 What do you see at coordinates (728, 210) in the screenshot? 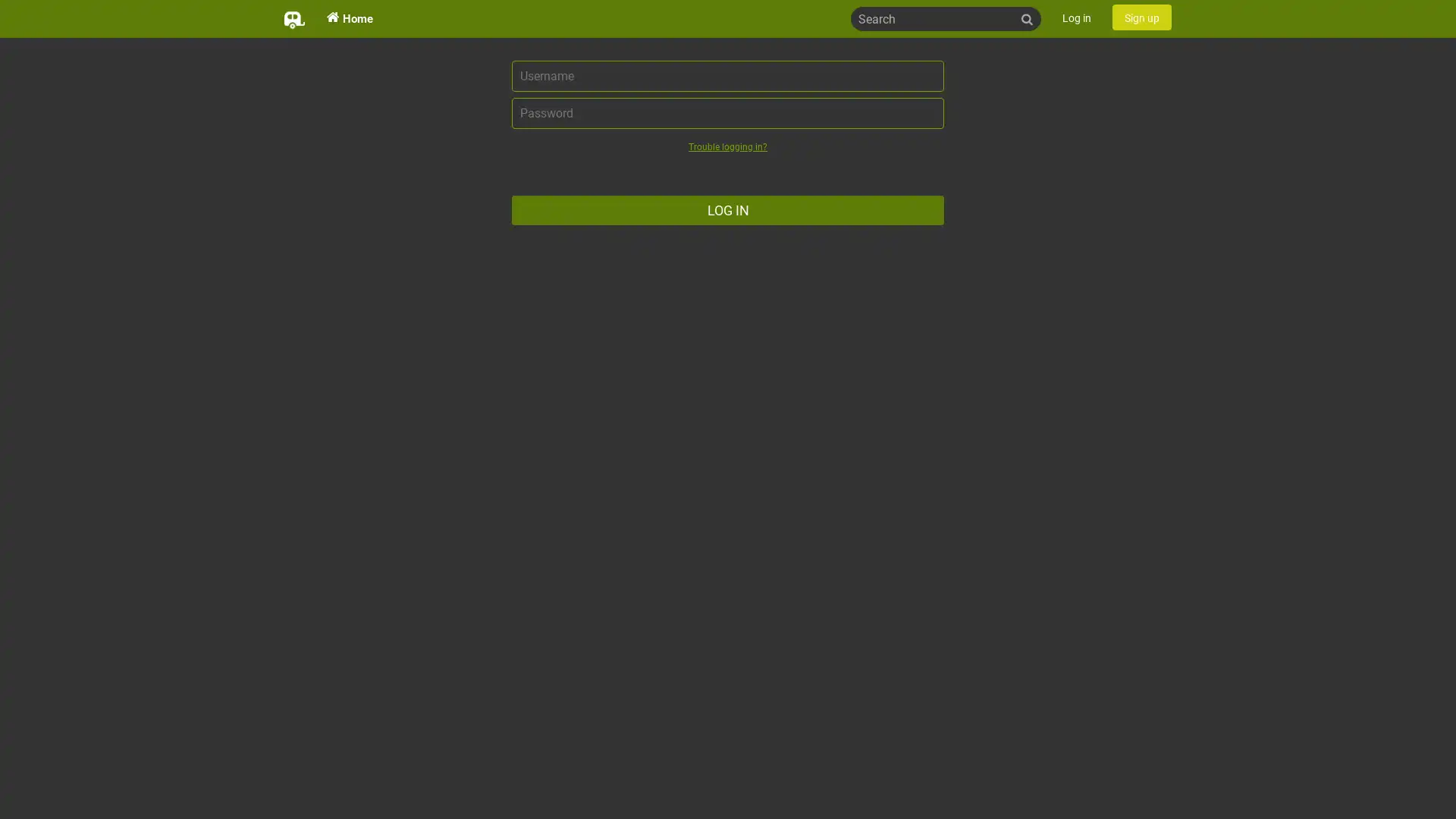
I see `LOG IN` at bounding box center [728, 210].